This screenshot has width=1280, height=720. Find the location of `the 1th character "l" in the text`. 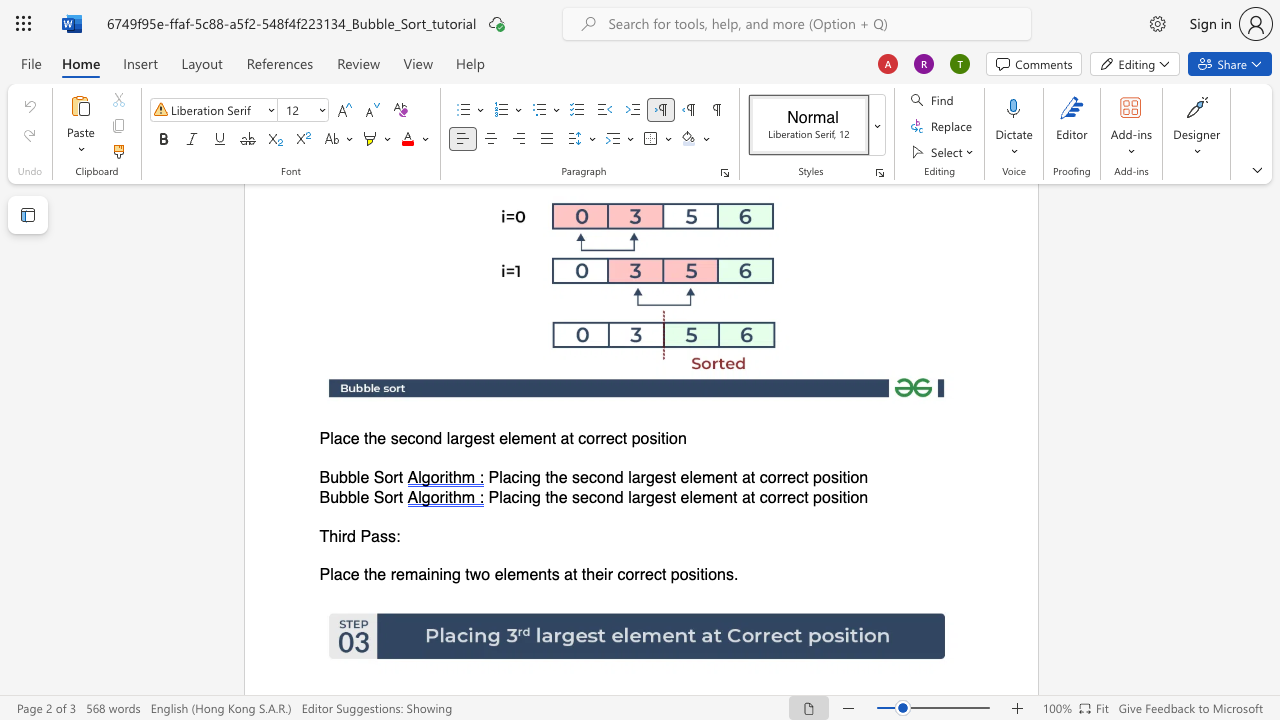

the 1th character "l" in the text is located at coordinates (358, 478).